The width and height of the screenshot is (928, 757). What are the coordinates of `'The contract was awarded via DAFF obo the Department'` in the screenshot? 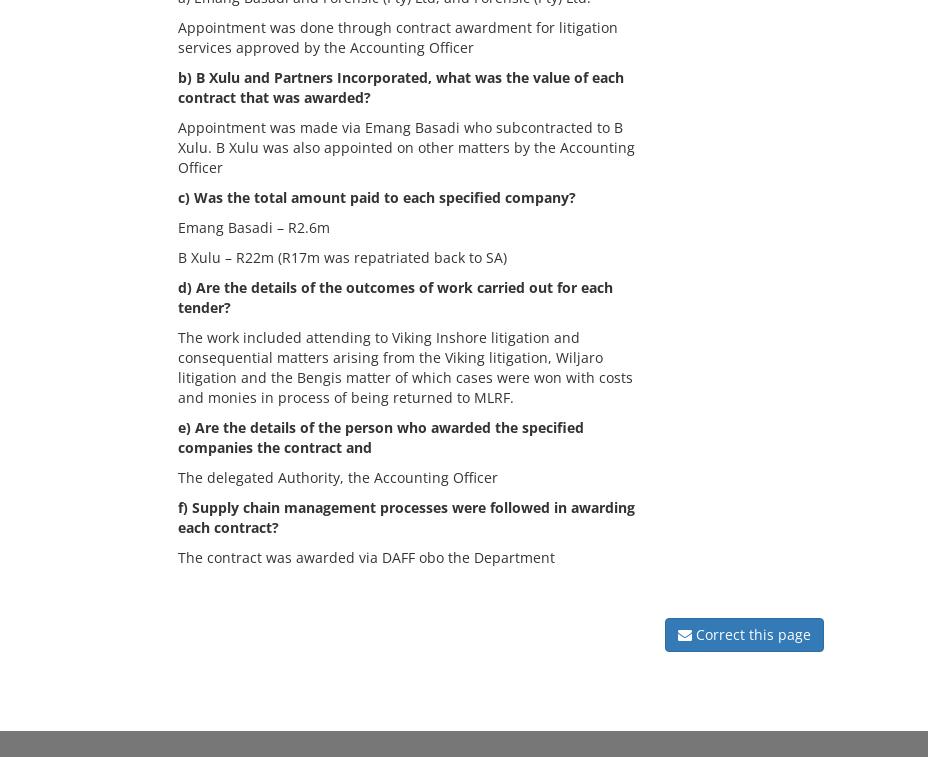 It's located at (374, 556).